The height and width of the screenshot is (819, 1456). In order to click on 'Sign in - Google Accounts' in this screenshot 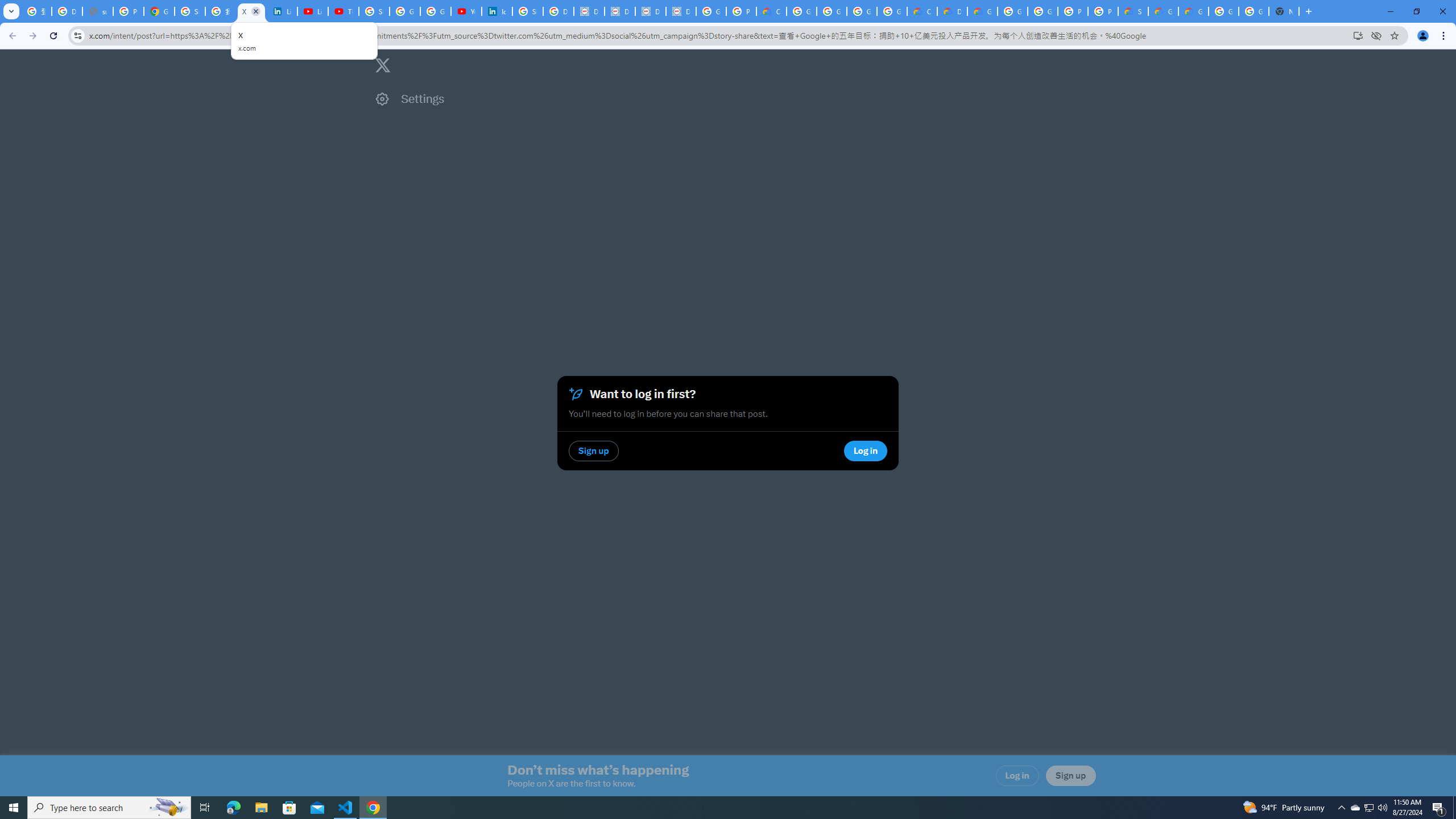, I will do `click(190, 11)`.